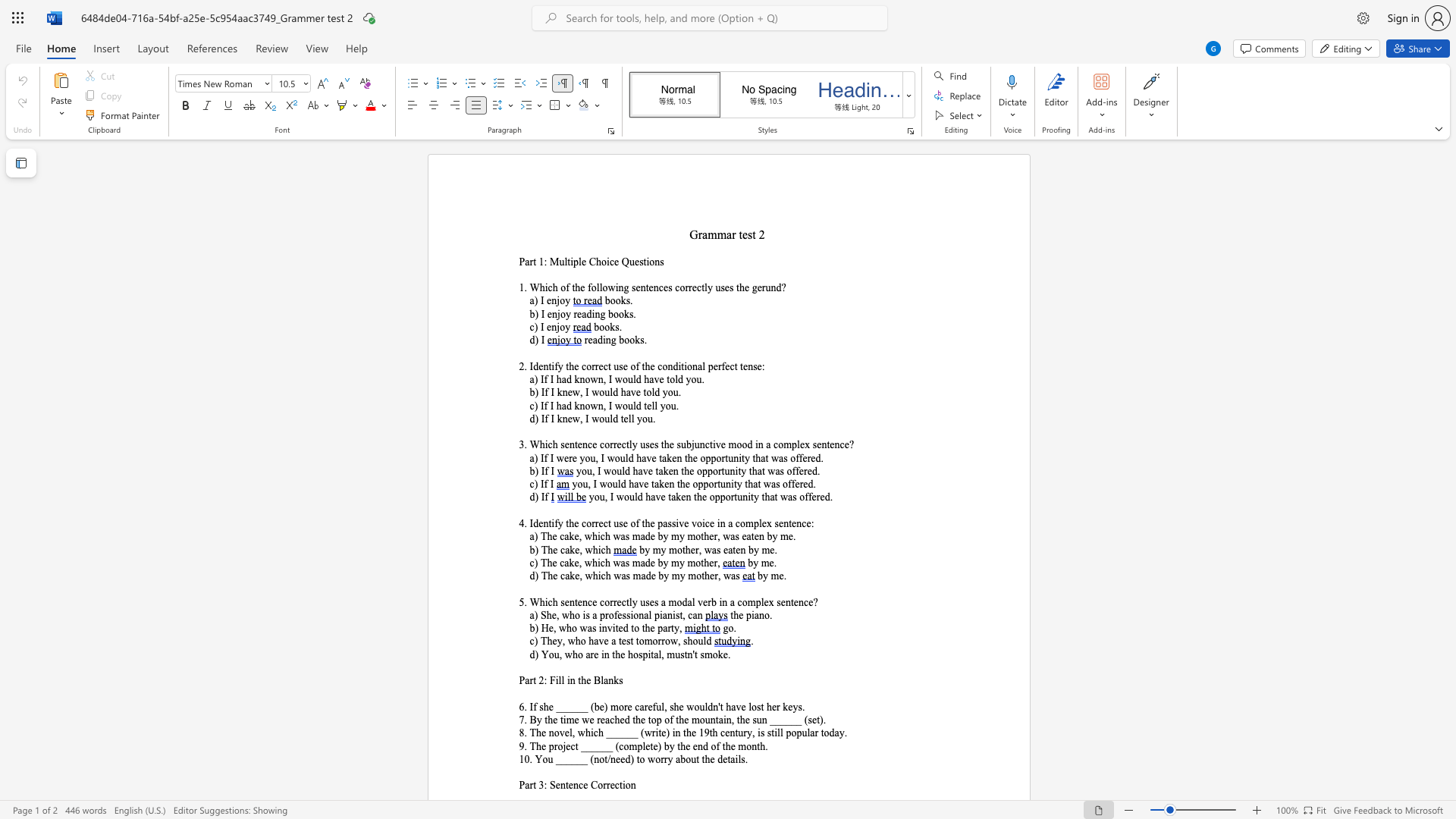  What do you see at coordinates (648, 470) in the screenshot?
I see `the space between the continuous character "v" and "e" in the text` at bounding box center [648, 470].